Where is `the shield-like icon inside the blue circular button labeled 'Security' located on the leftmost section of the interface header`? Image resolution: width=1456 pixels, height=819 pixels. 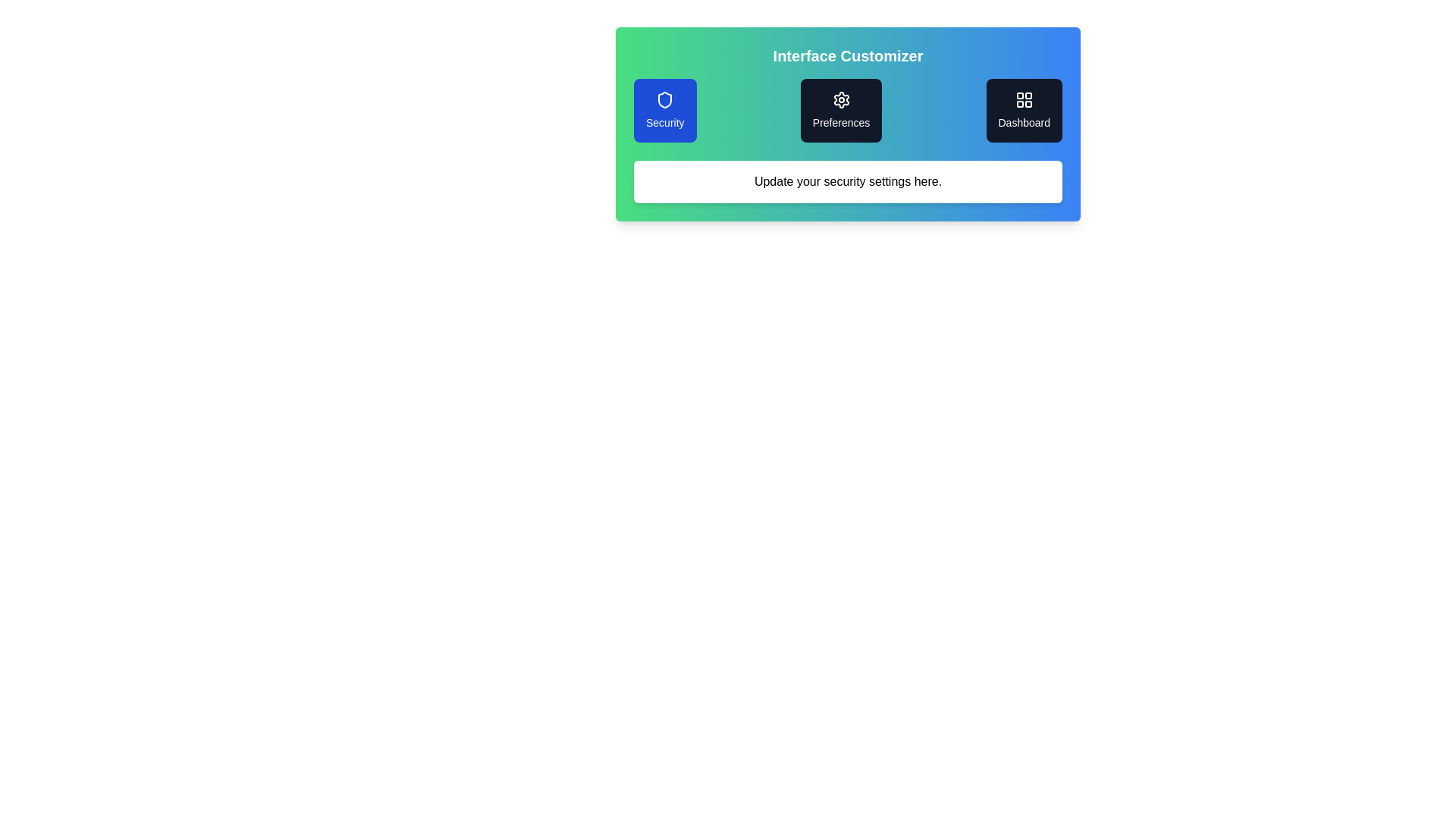 the shield-like icon inside the blue circular button labeled 'Security' located on the leftmost section of the interface header is located at coordinates (665, 99).